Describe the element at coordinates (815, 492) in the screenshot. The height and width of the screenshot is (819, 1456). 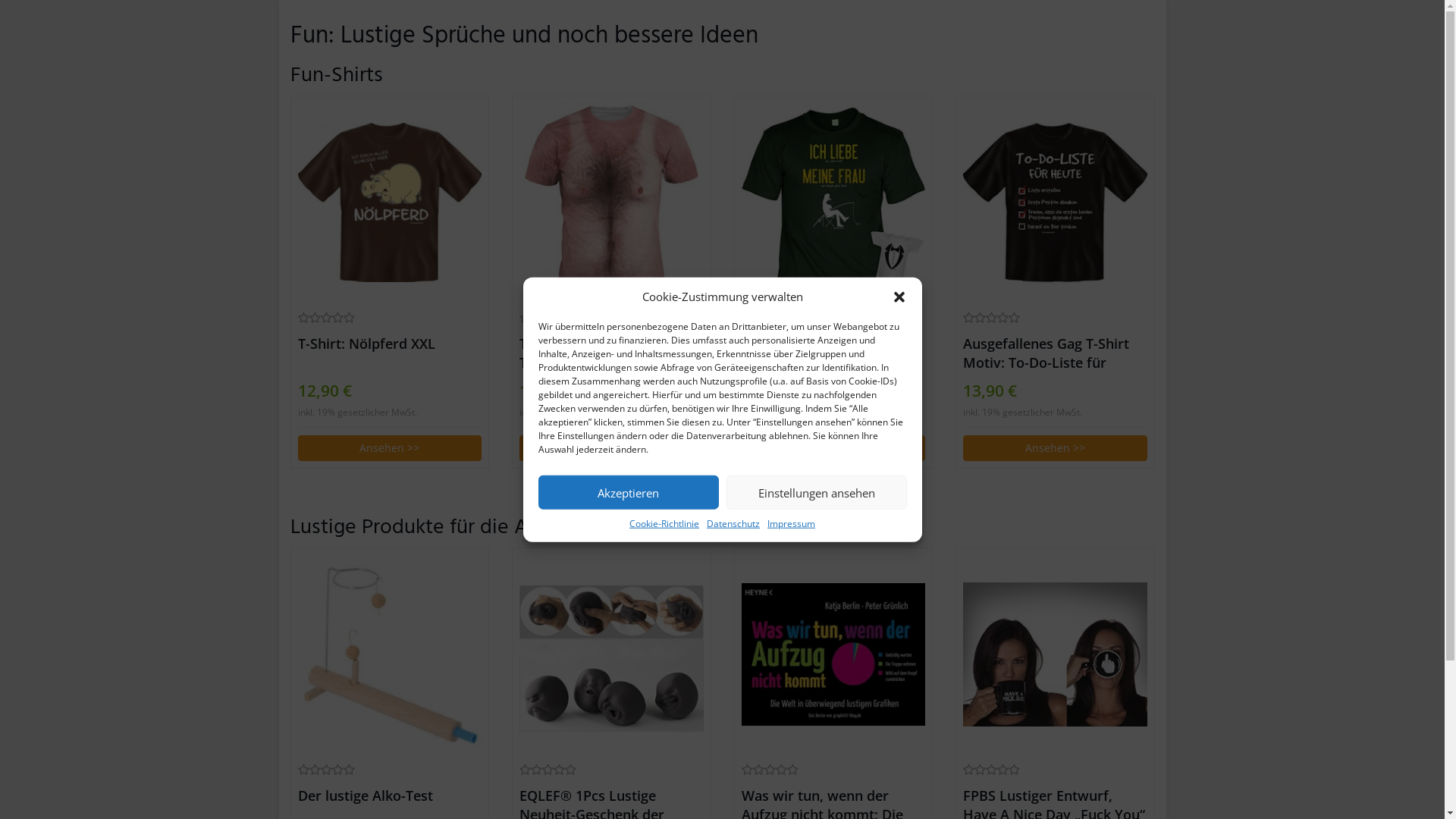
I see `'Einstellungen ansehen'` at that location.